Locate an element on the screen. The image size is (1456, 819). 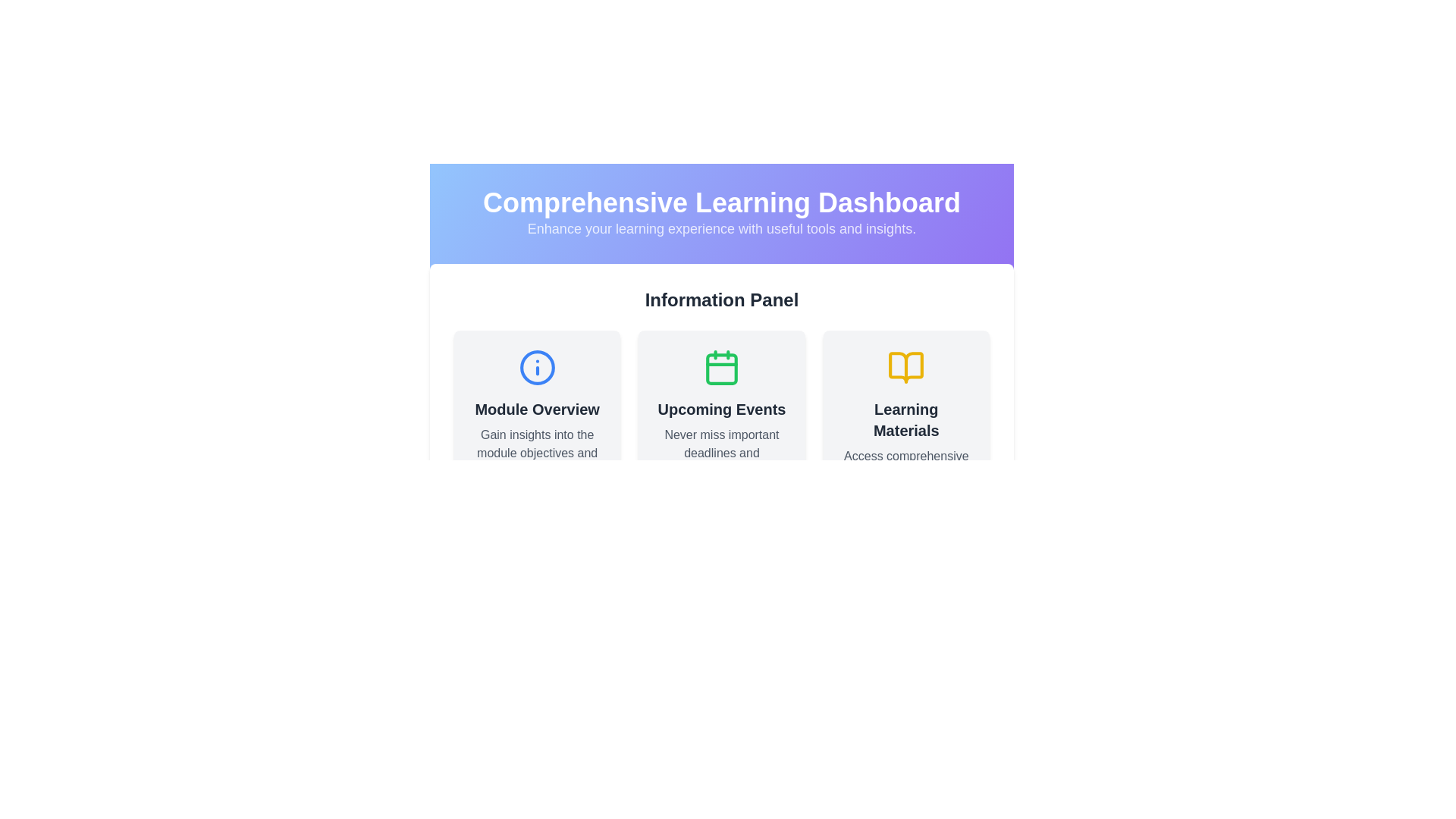
the Informational Card located in the top left corner of the grid layout, below the 'Information Panel' header is located at coordinates (537, 425).